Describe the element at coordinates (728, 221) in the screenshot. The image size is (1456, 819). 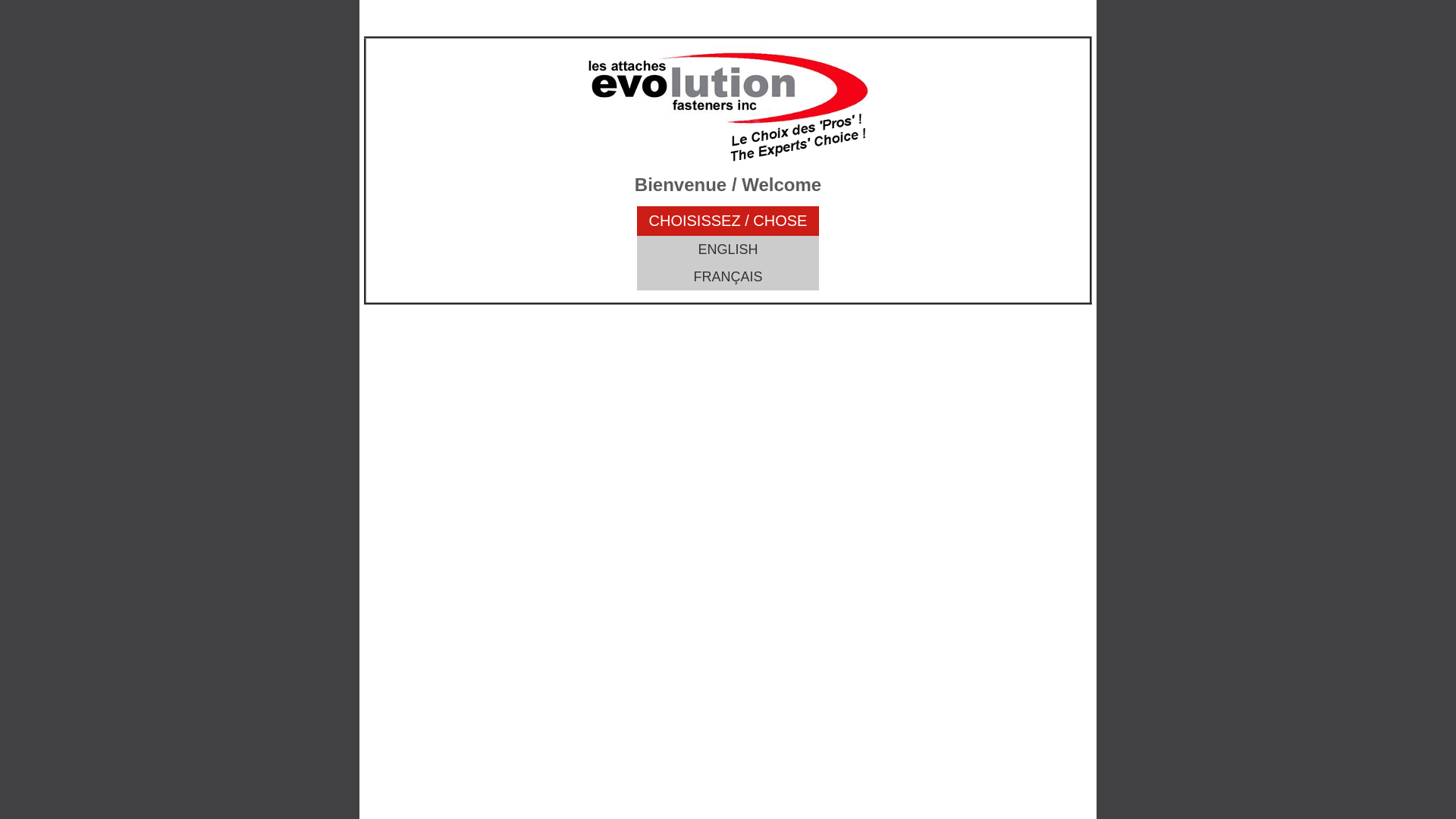
I see `'CHOISISSEZ / CHOSE'` at that location.